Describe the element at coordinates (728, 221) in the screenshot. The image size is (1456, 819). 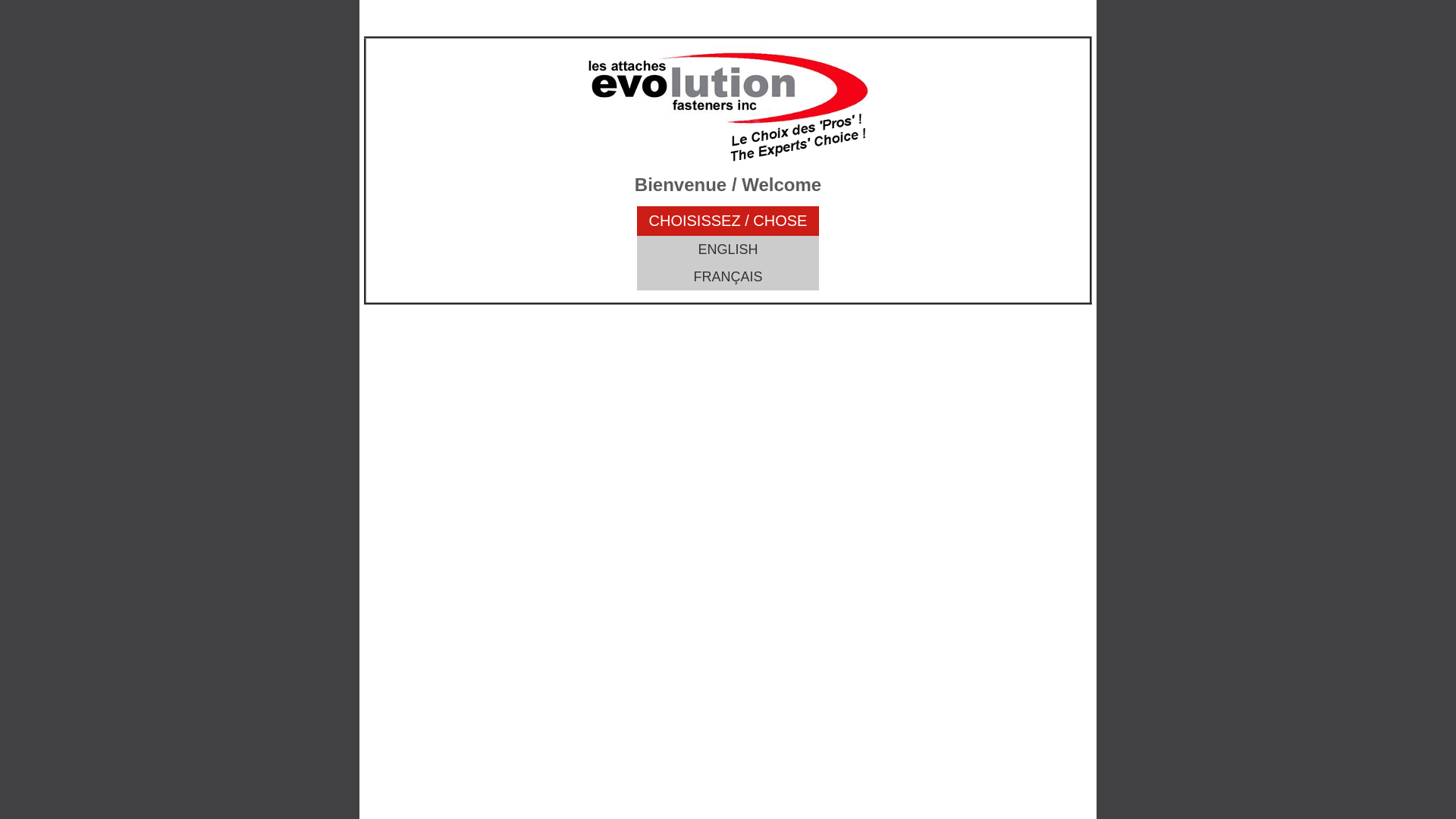
I see `'CHOISISSEZ / CHOSE'` at that location.